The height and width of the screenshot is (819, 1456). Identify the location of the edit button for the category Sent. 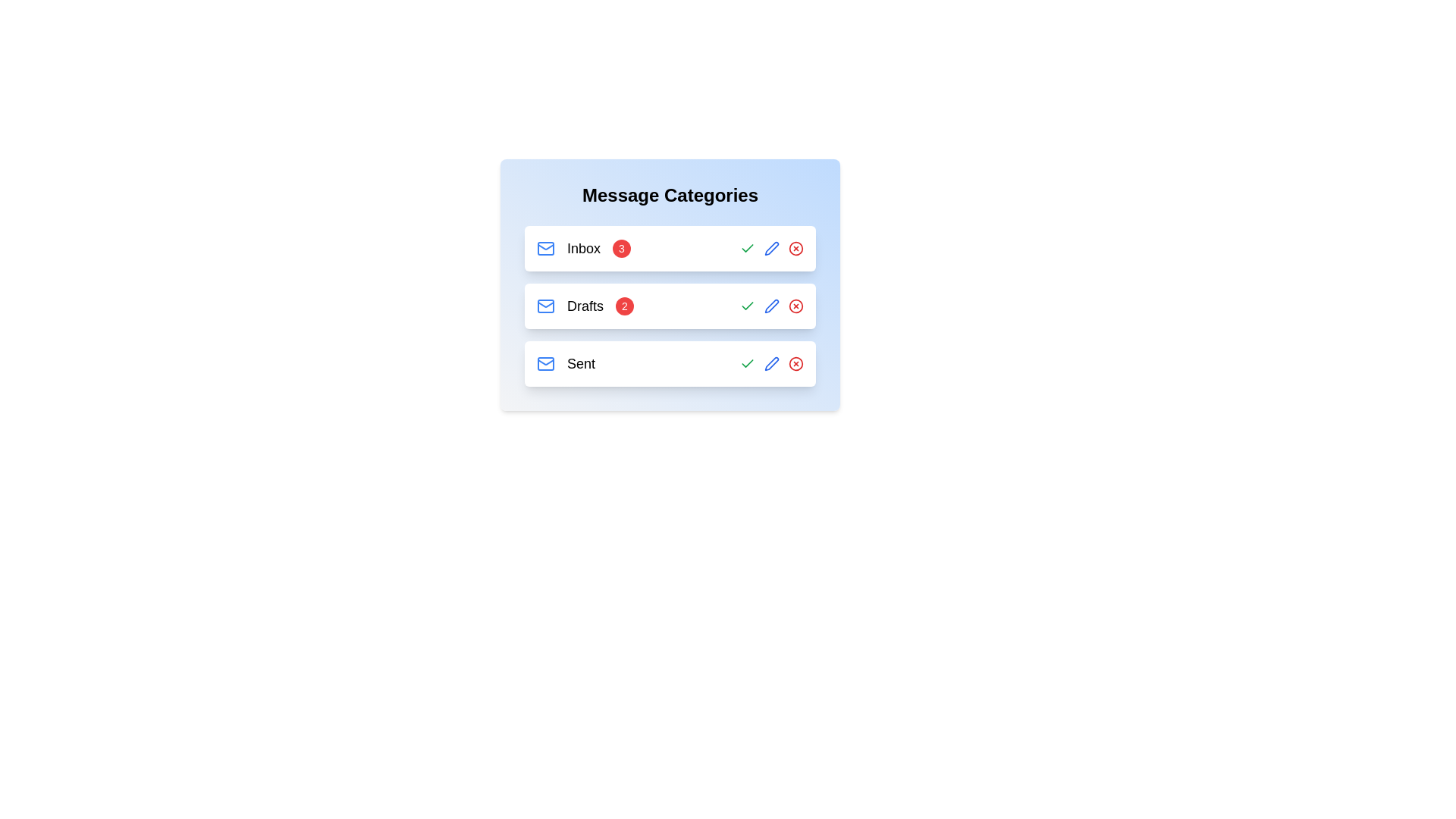
(771, 363).